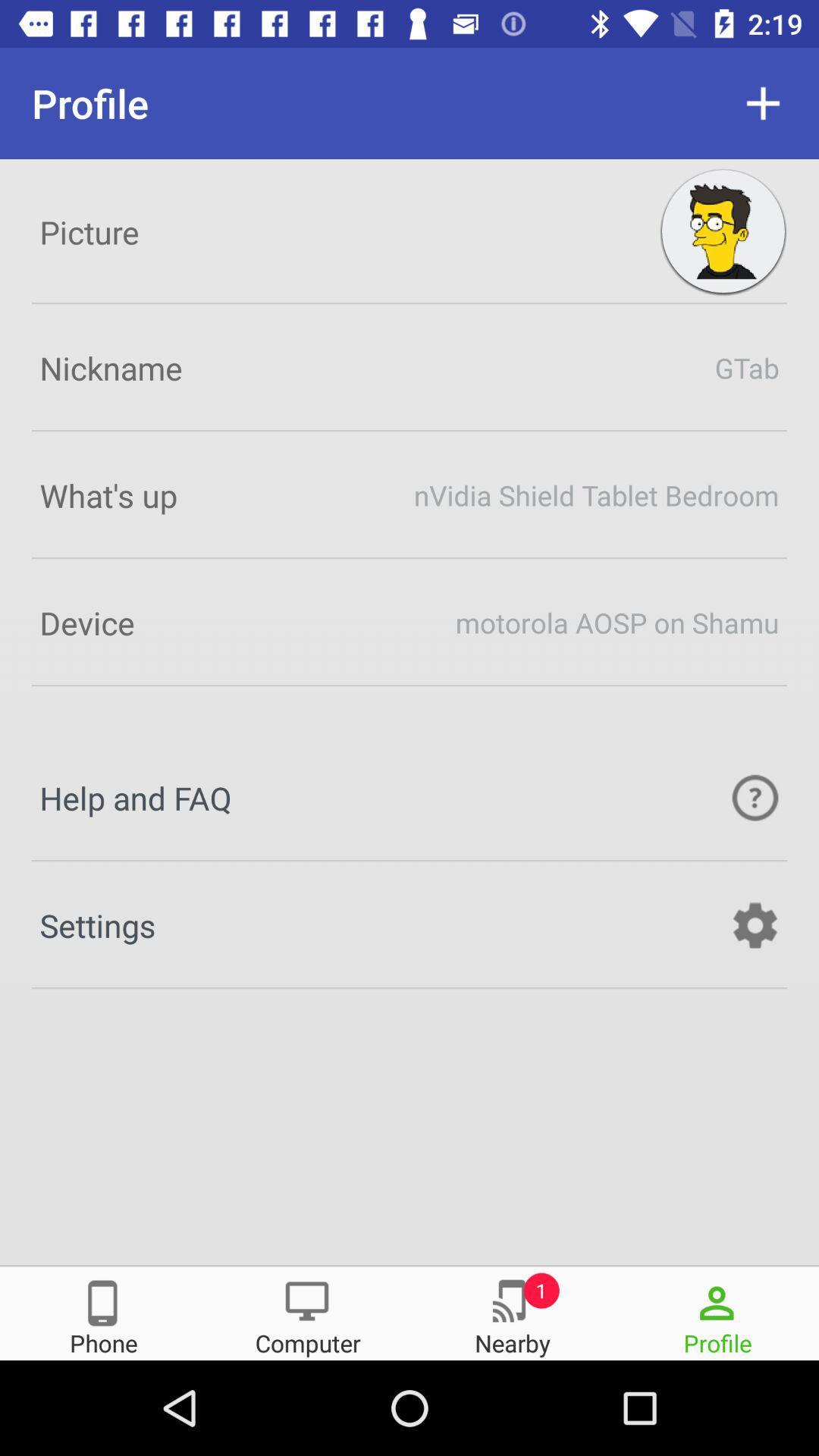  Describe the element at coordinates (722, 231) in the screenshot. I see `item above gtab icon` at that location.